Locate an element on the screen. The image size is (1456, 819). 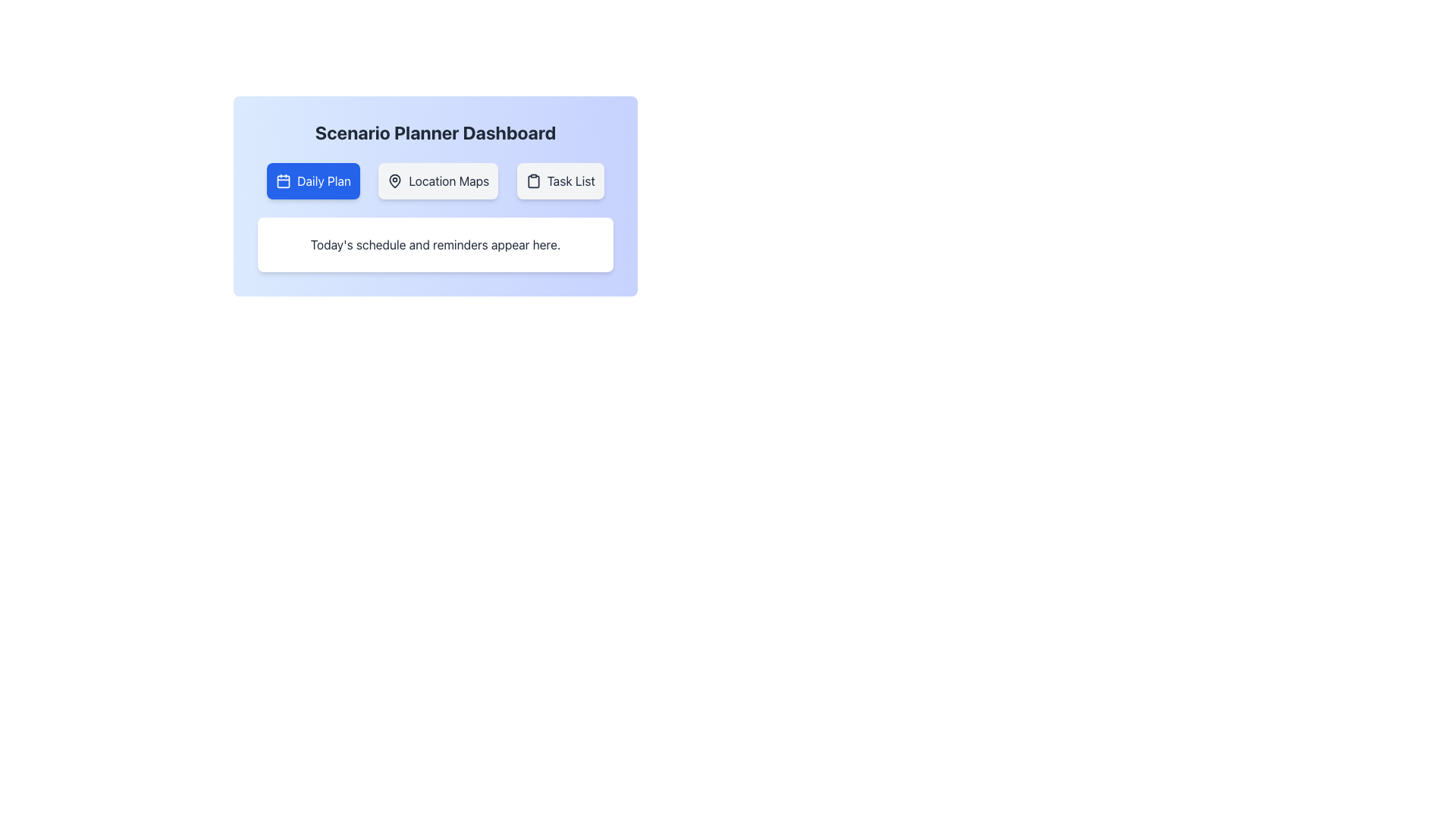
the far-left button labeled 'Daily Plan' is located at coordinates (312, 180).